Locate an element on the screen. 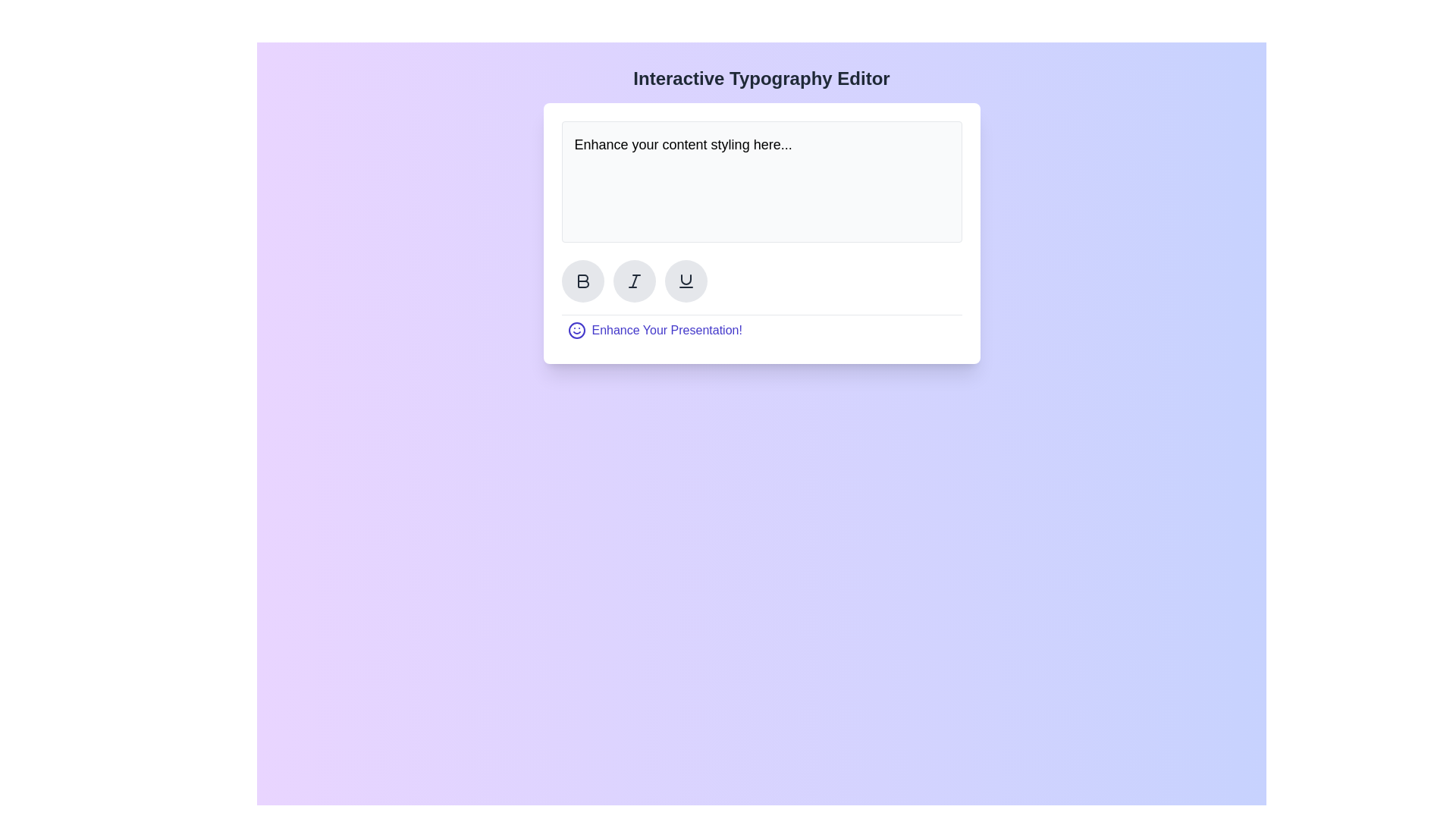 The width and height of the screenshot is (1456, 819). the central line of the 'I' symbol in the text formatting toolbar is located at coordinates (634, 281).